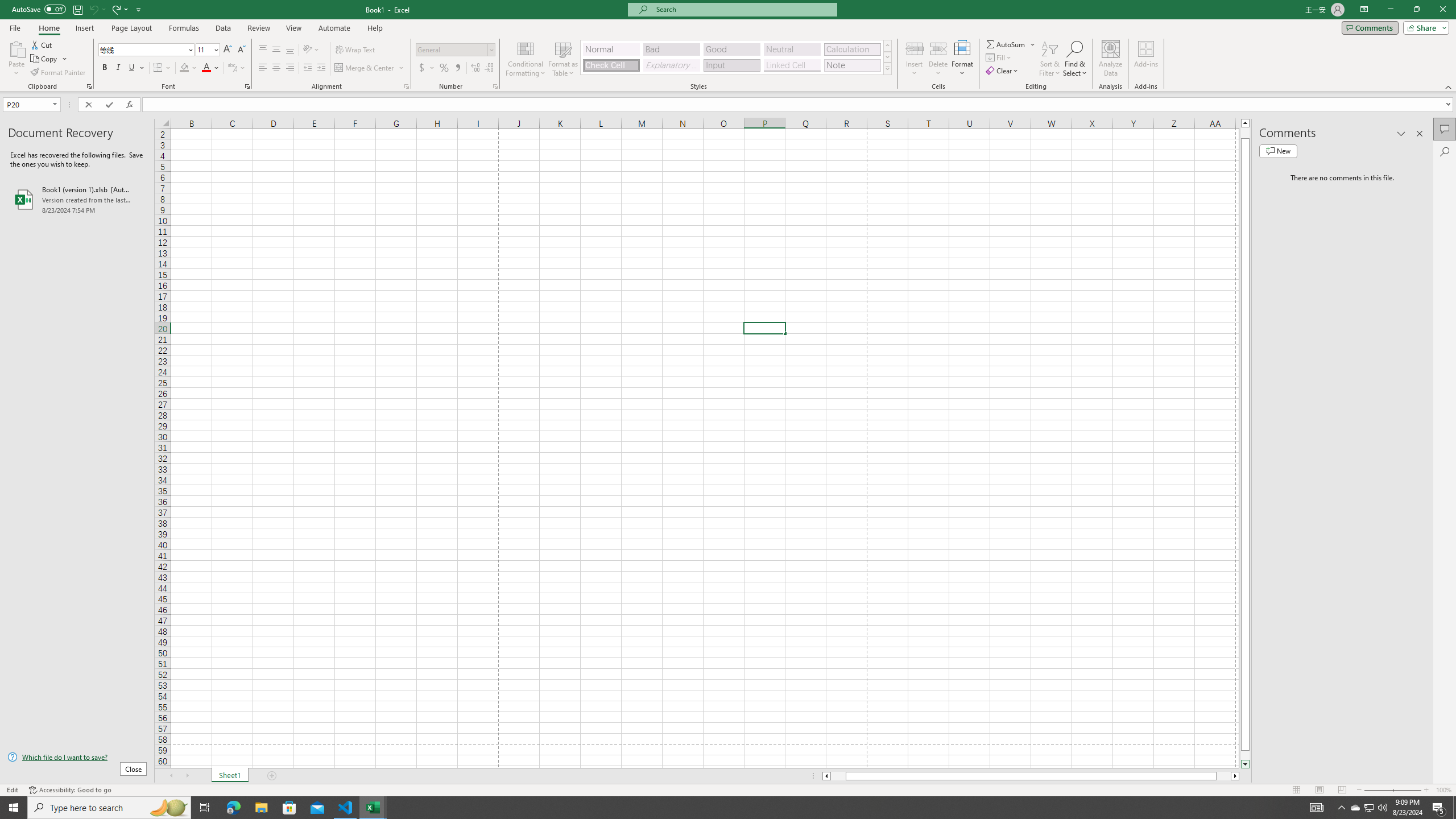 This screenshot has width=1456, height=819. Describe the element at coordinates (58, 72) in the screenshot. I see `'Format Painter'` at that location.